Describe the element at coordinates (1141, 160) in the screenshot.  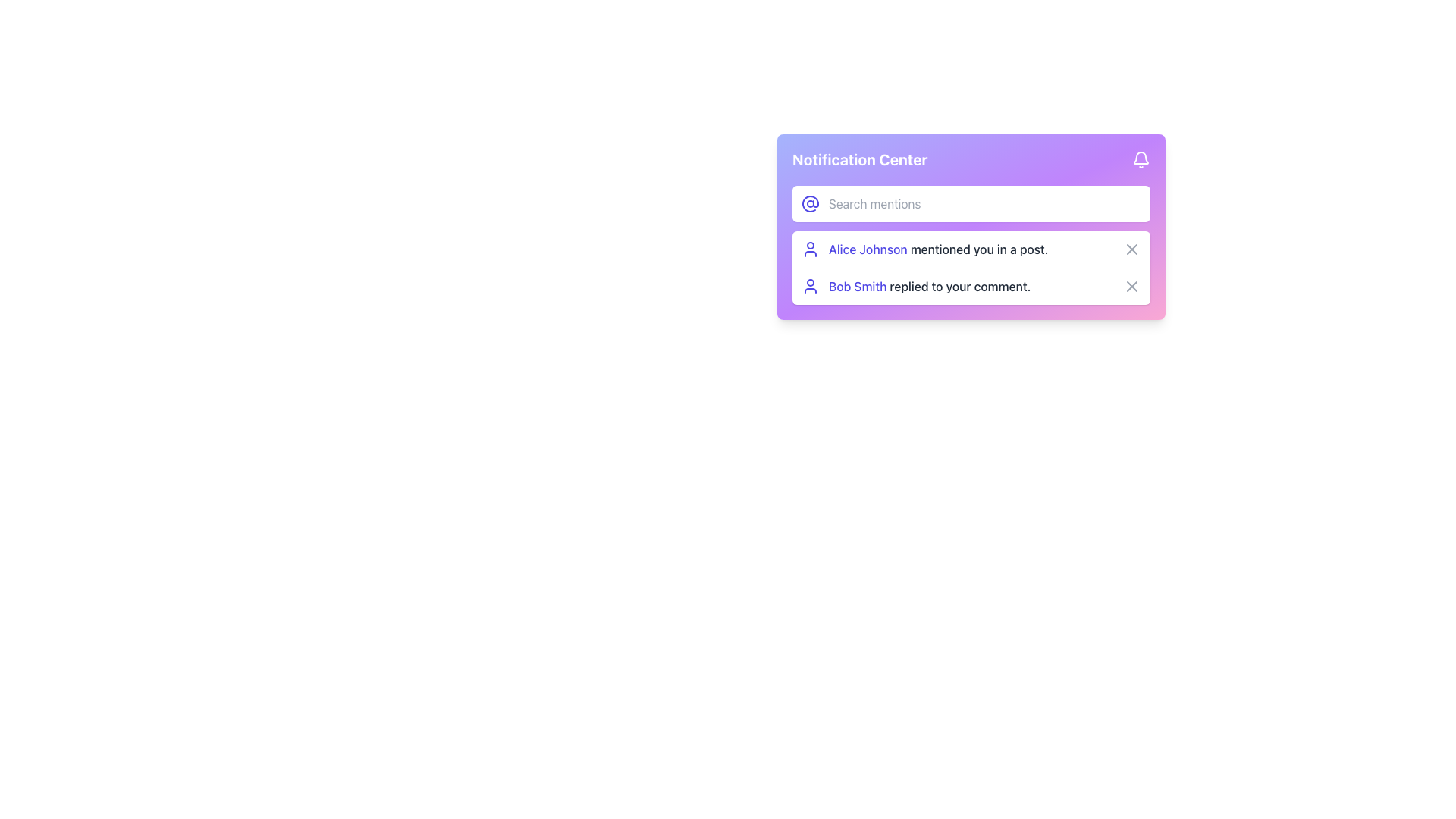
I see `the notification bell icon located in the top-right corner of the 'Notification Center' section, which is styled in a rounded and minimalist design with a white color on a purple background` at that location.